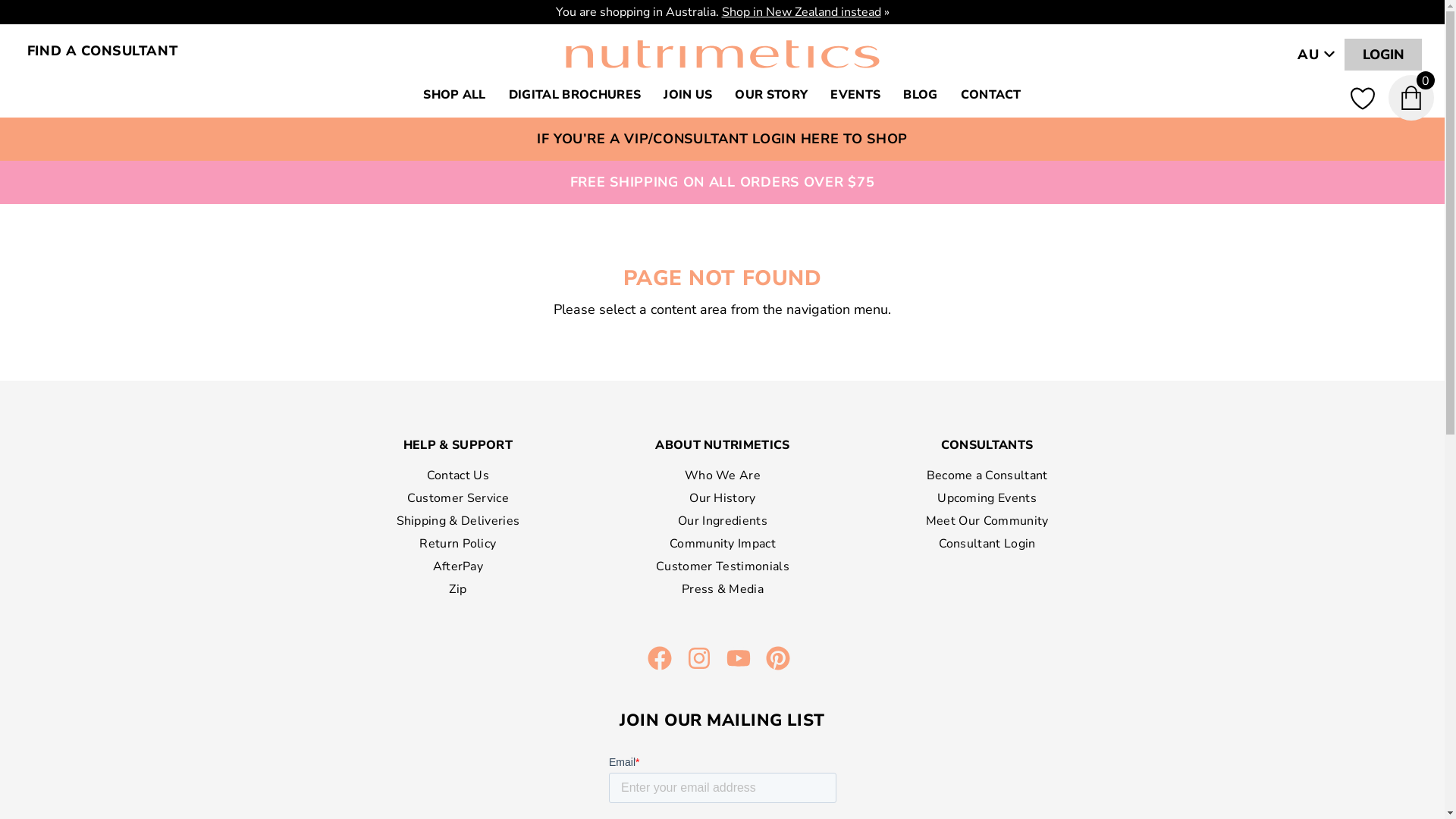  I want to click on 'ABOUT NUTRIMETICS', so click(721, 444).